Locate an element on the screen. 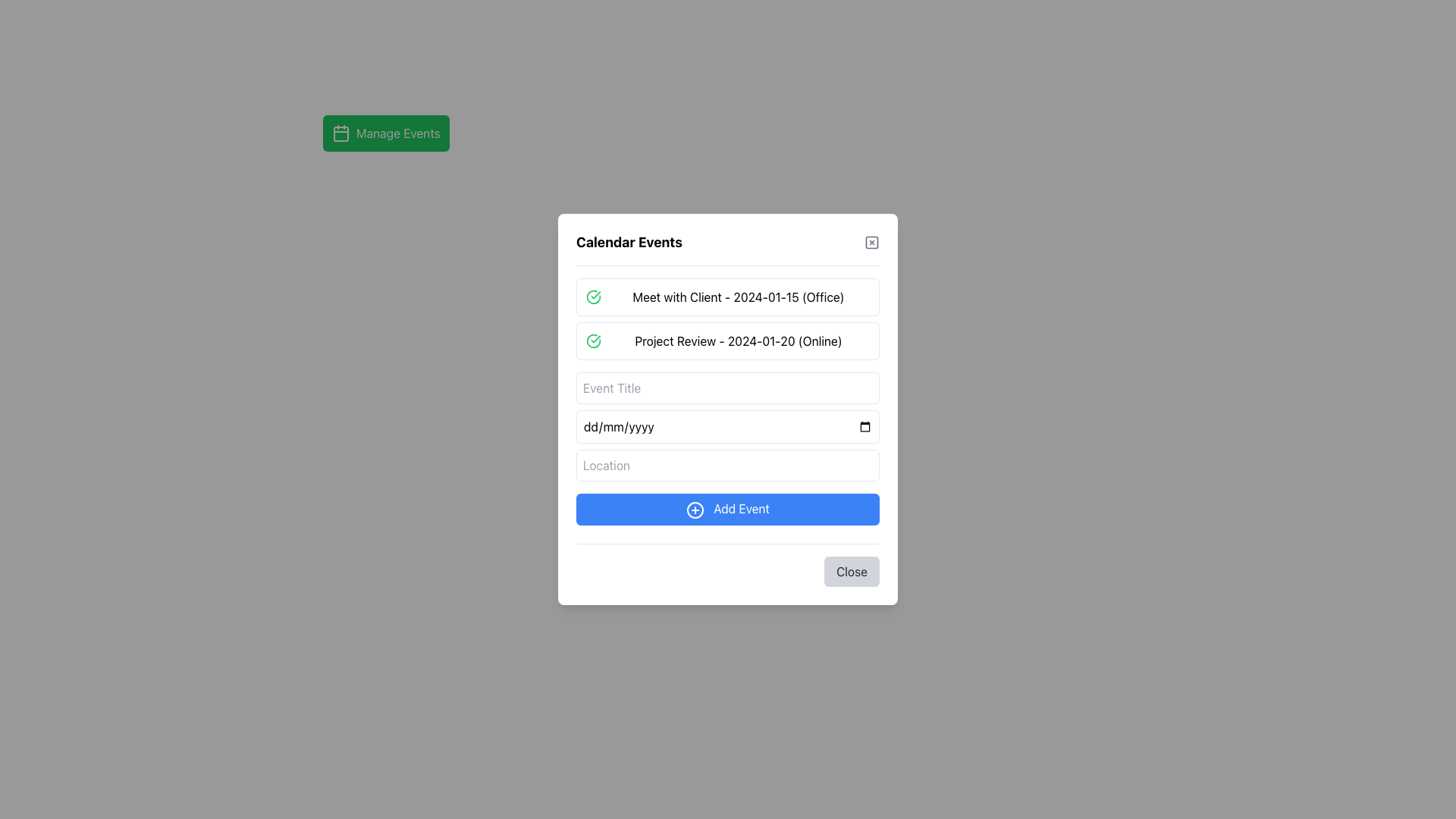 Image resolution: width=1456 pixels, height=819 pixels. the text label displaying details of the second scheduled calendar event, which shows the topic, date, and mode (online) is located at coordinates (739, 341).